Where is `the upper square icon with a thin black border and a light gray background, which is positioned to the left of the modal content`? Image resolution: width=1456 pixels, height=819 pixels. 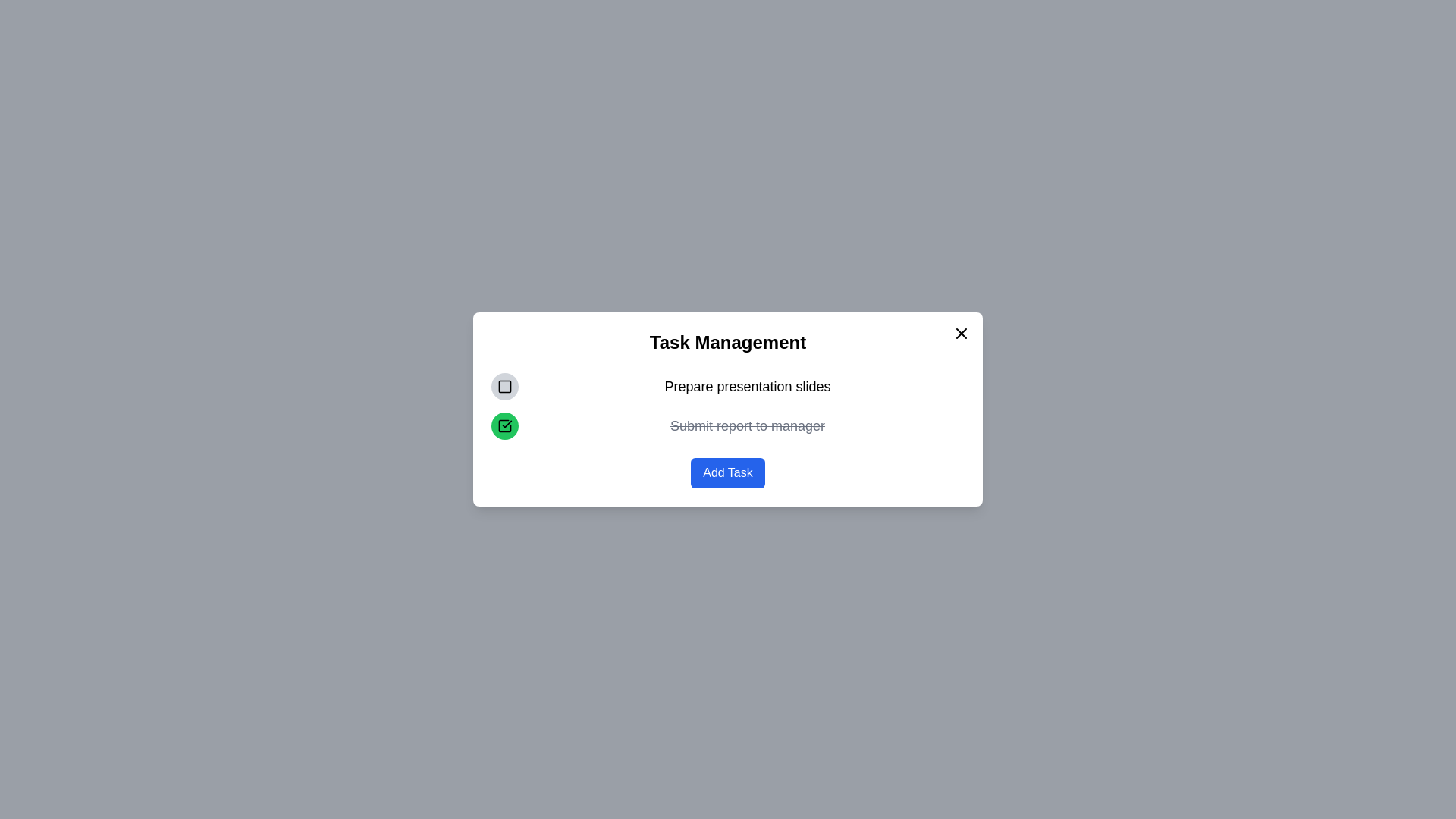 the upper square icon with a thin black border and a light gray background, which is positioned to the left of the modal content is located at coordinates (505, 385).